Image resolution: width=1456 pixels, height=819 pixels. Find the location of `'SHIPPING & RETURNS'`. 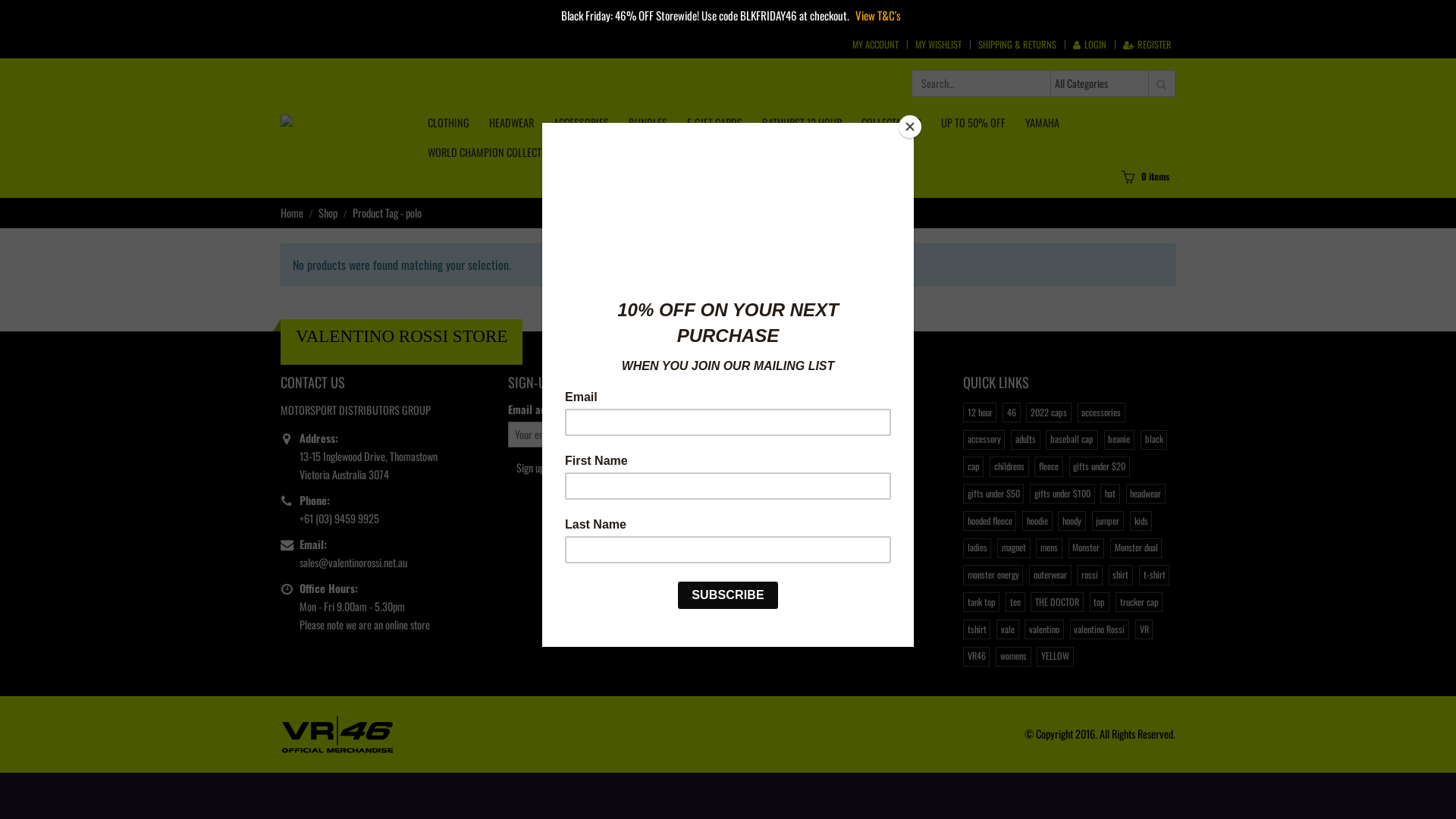

'SHIPPING & RETURNS' is located at coordinates (1017, 43).